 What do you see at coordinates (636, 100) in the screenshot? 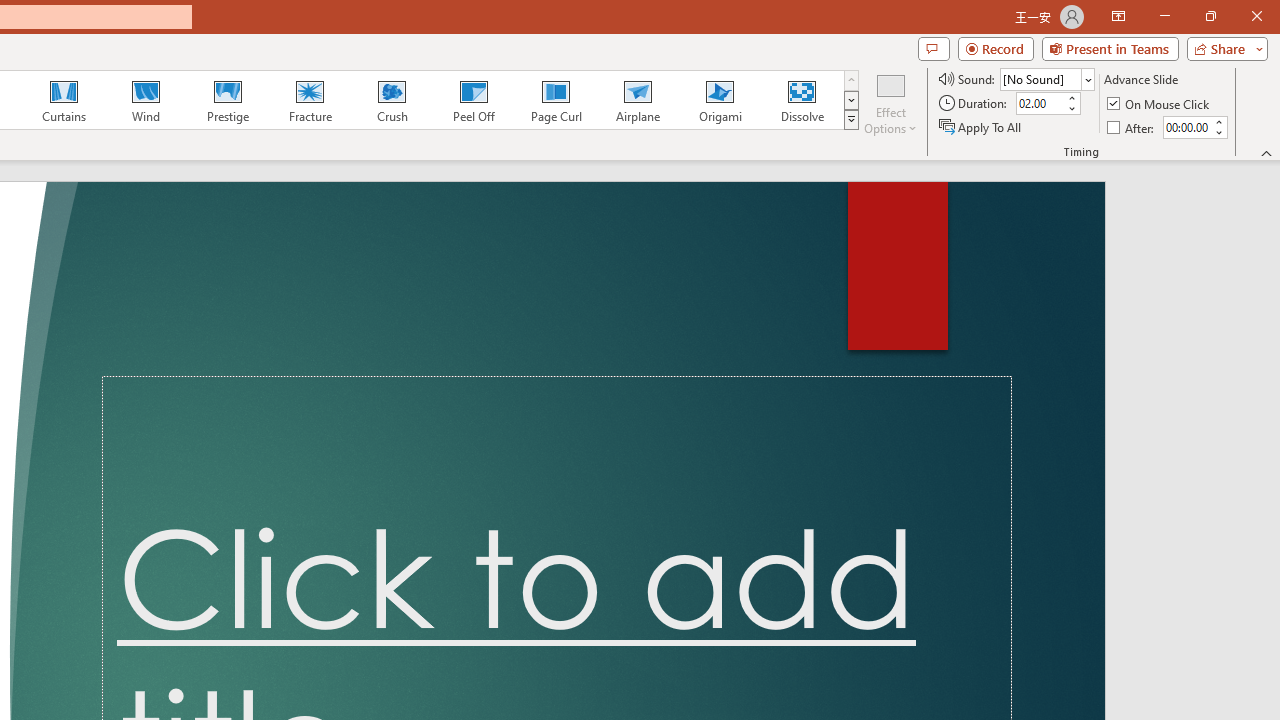
I see `'Airplane'` at bounding box center [636, 100].